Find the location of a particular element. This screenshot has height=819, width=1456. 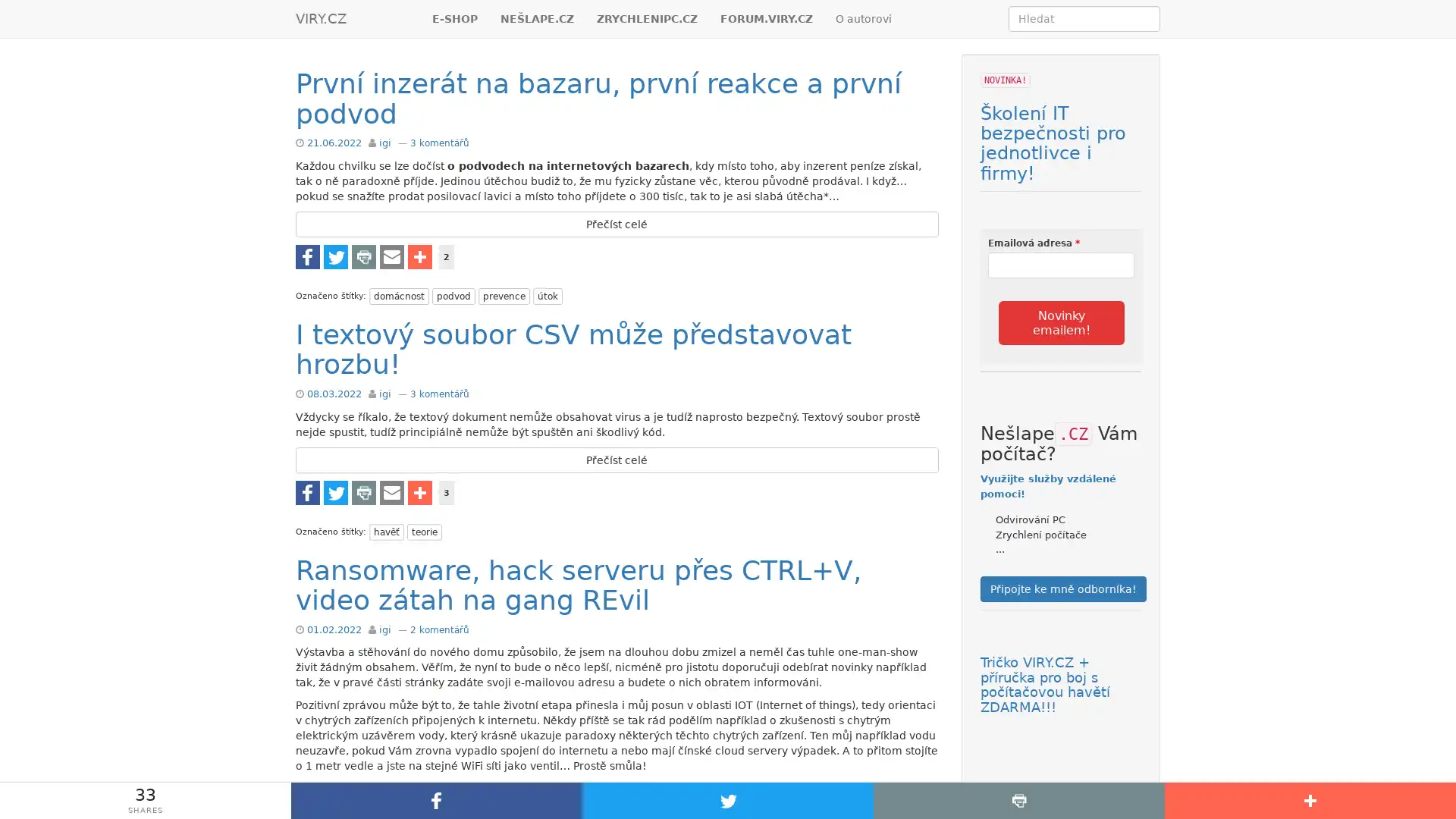

Share to Vice... is located at coordinates (419, 491).